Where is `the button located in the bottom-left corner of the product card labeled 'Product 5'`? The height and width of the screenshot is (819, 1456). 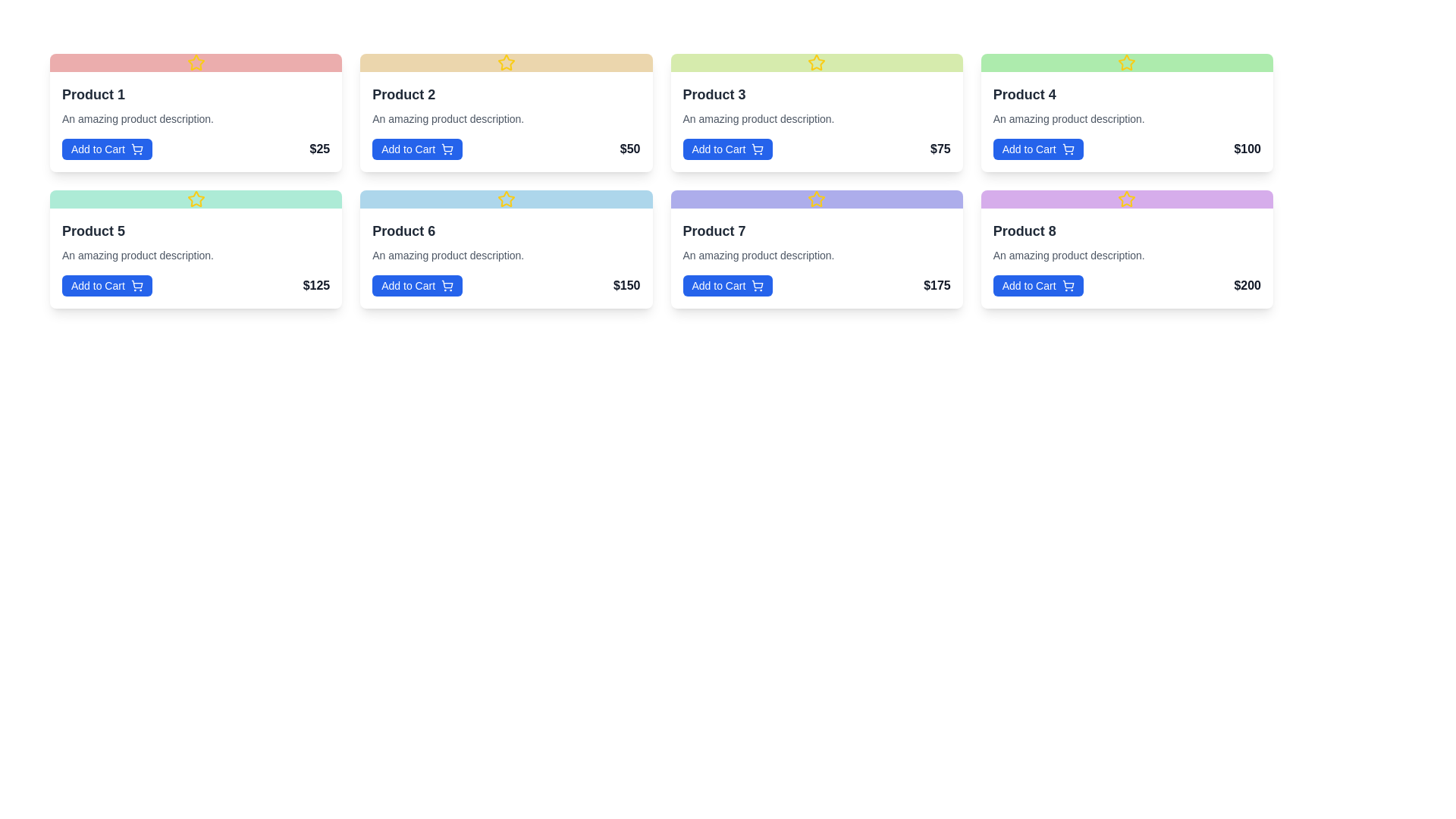
the button located in the bottom-left corner of the product card labeled 'Product 5' is located at coordinates (106, 286).